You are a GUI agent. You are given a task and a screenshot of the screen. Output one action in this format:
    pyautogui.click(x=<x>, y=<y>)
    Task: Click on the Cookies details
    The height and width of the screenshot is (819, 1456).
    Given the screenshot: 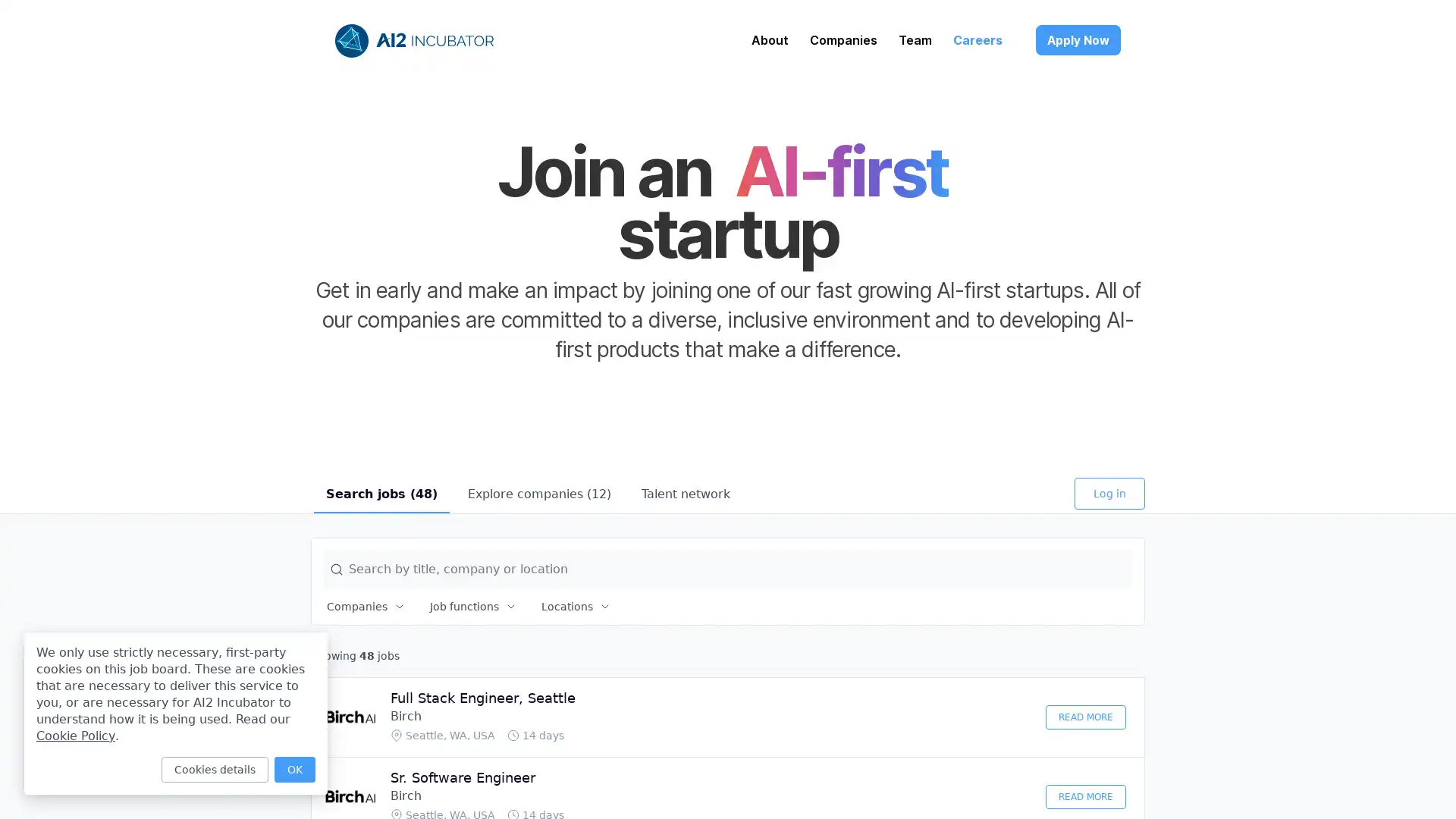 What is the action you would take?
    pyautogui.click(x=214, y=769)
    